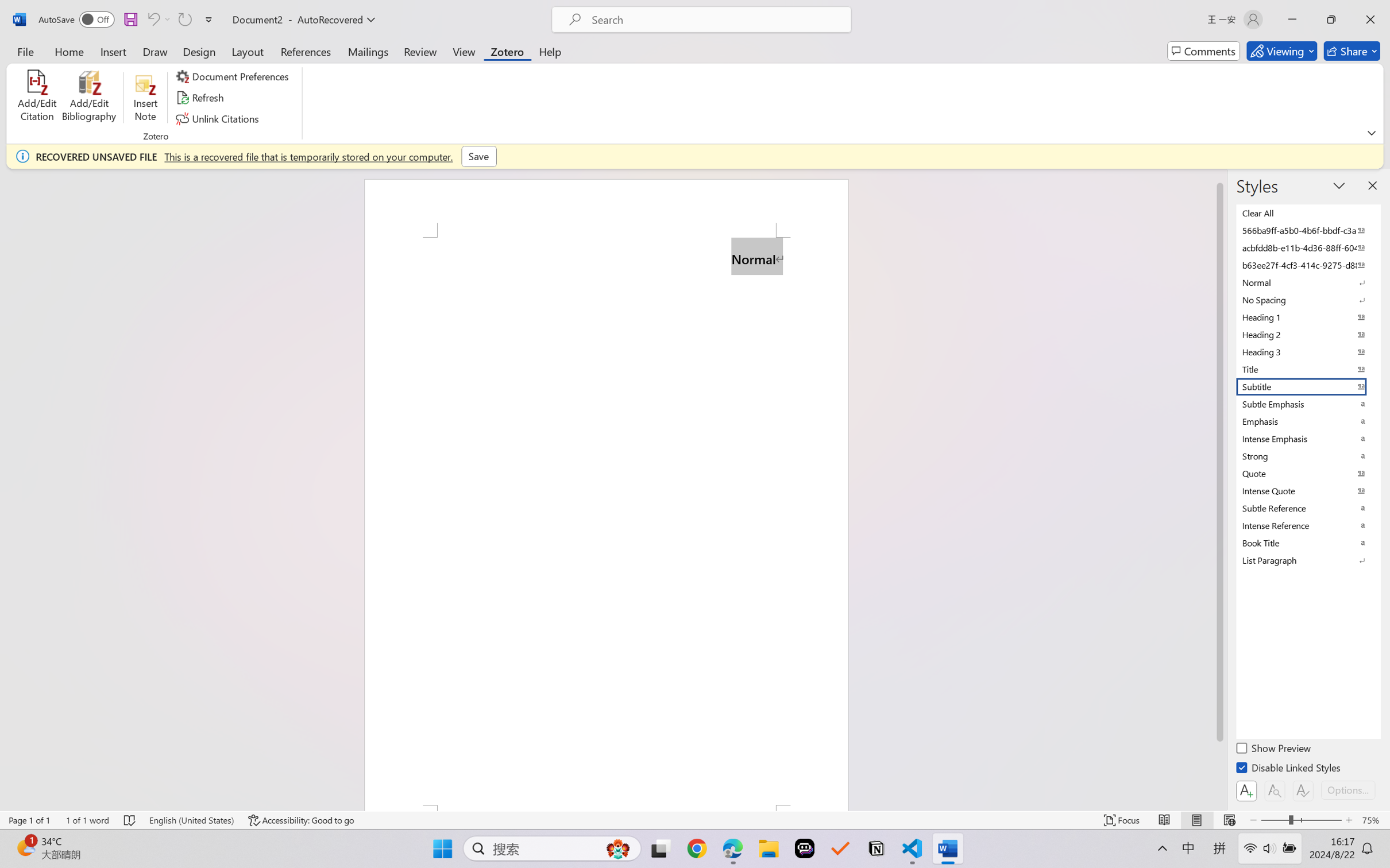 This screenshot has width=1390, height=868. Describe the element at coordinates (233, 75) in the screenshot. I see `'Document Preferences'` at that location.